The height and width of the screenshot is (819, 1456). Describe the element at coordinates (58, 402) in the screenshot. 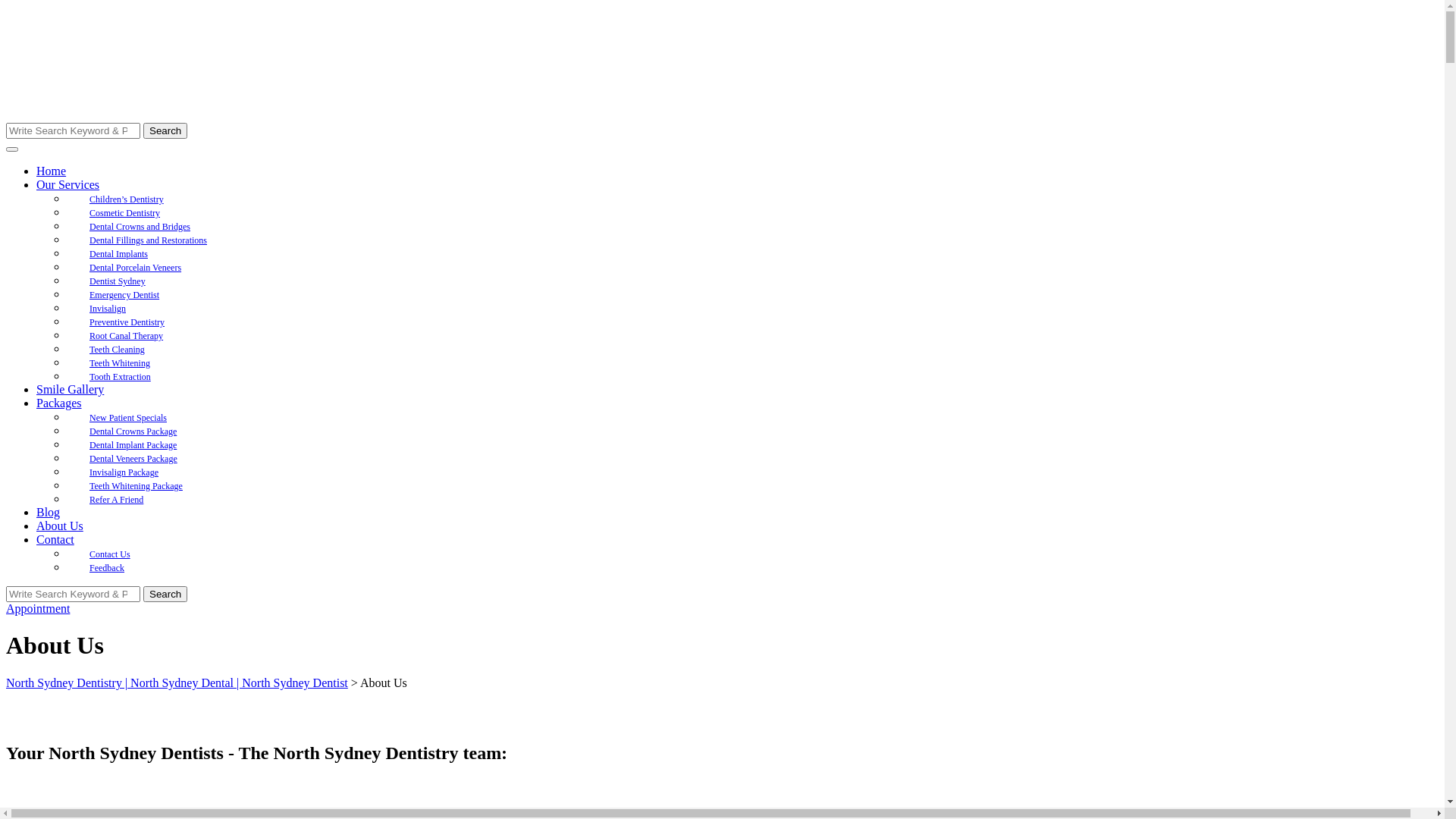

I see `'Packages'` at that location.